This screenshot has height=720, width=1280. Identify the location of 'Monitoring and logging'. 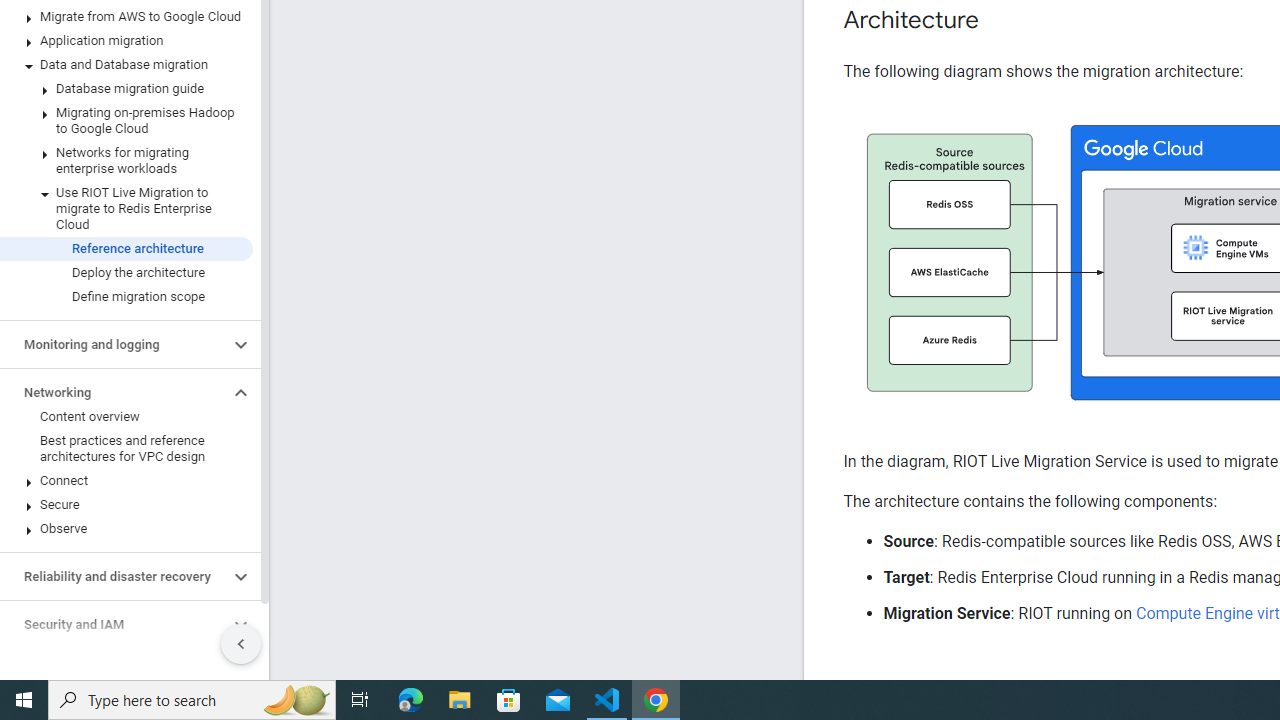
(113, 343).